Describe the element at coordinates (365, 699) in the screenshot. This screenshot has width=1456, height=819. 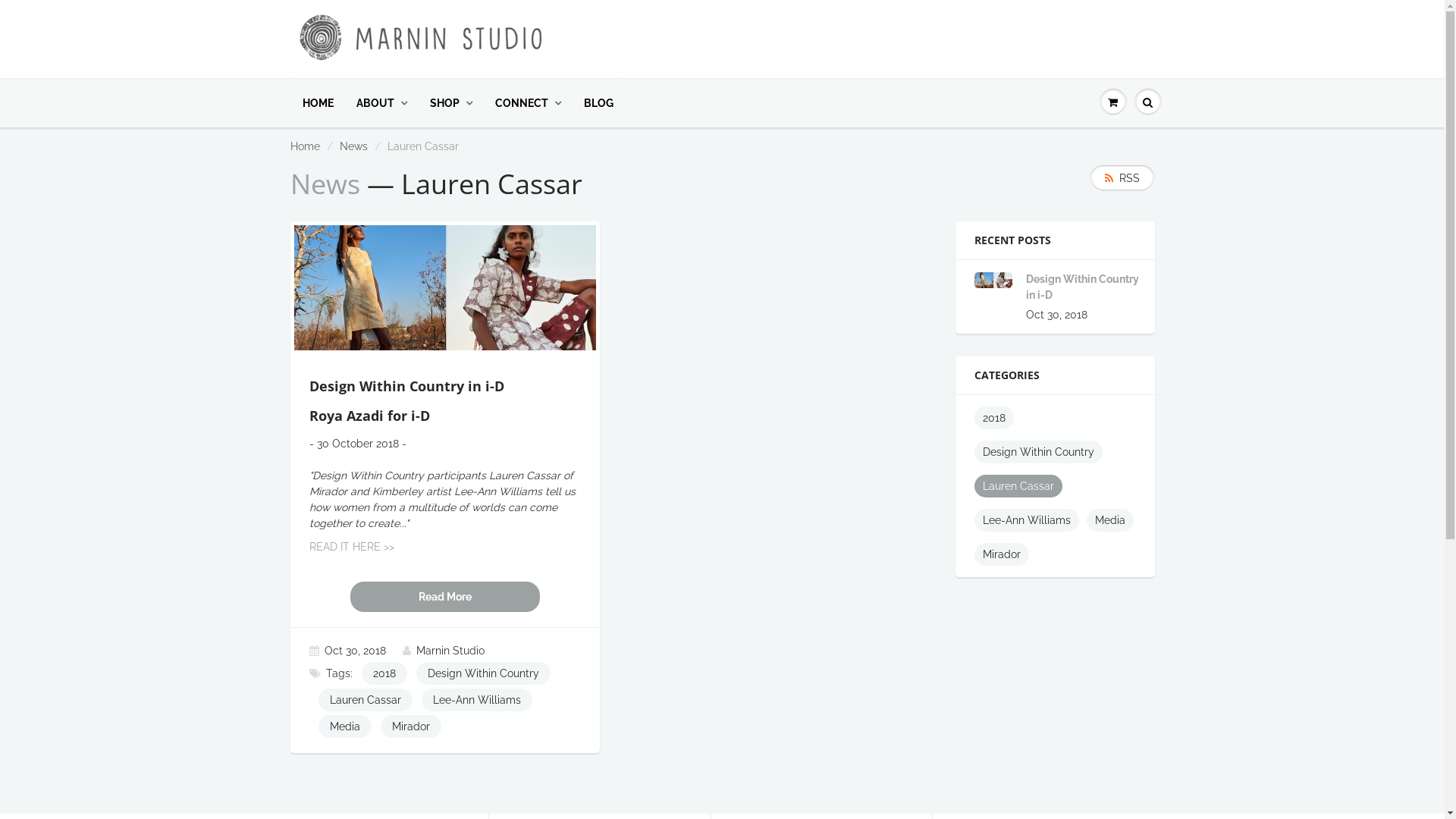
I see `'Lauren Cassar'` at that location.